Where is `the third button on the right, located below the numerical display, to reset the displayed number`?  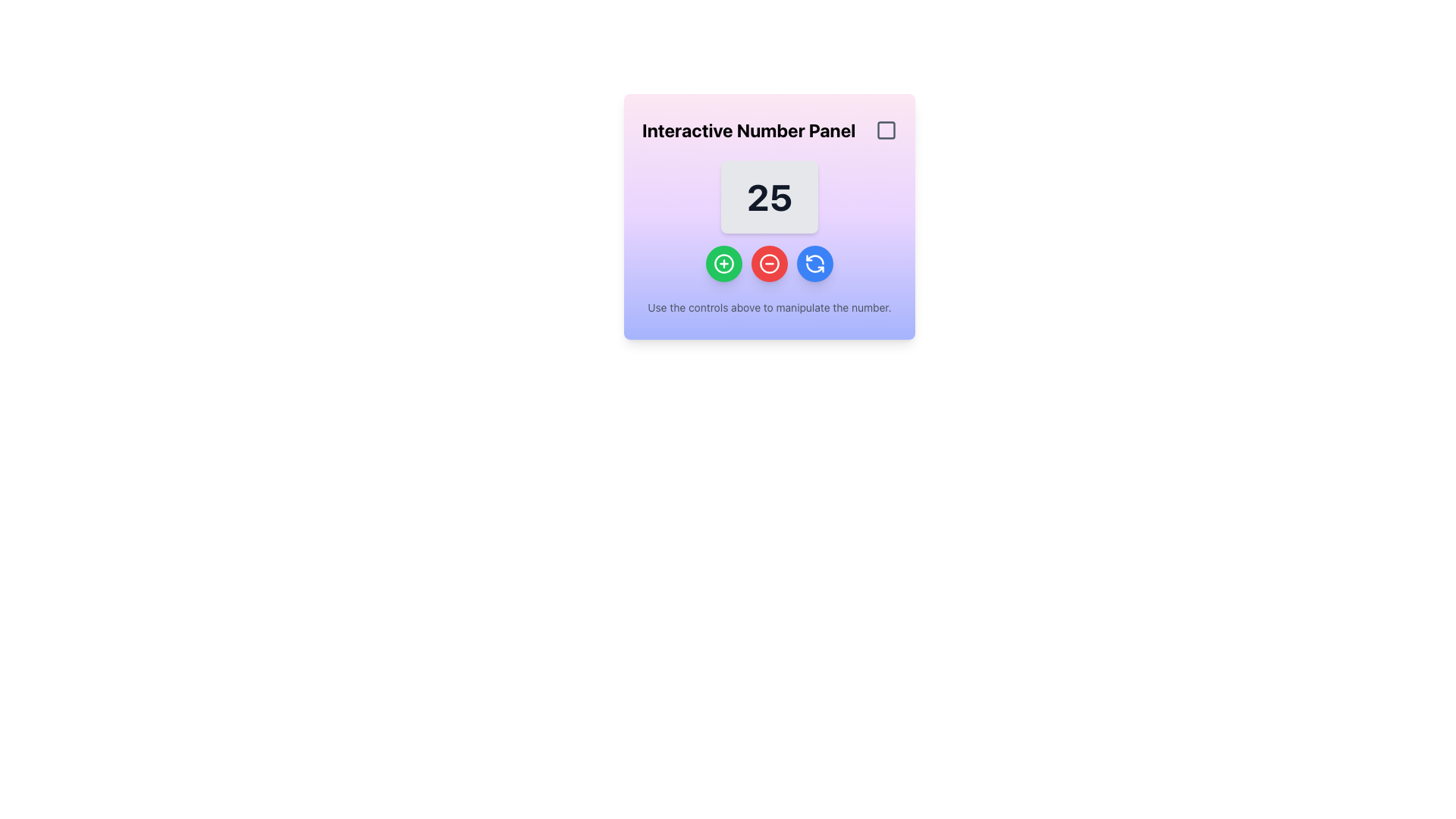
the third button on the right, located below the numerical display, to reset the displayed number is located at coordinates (814, 262).